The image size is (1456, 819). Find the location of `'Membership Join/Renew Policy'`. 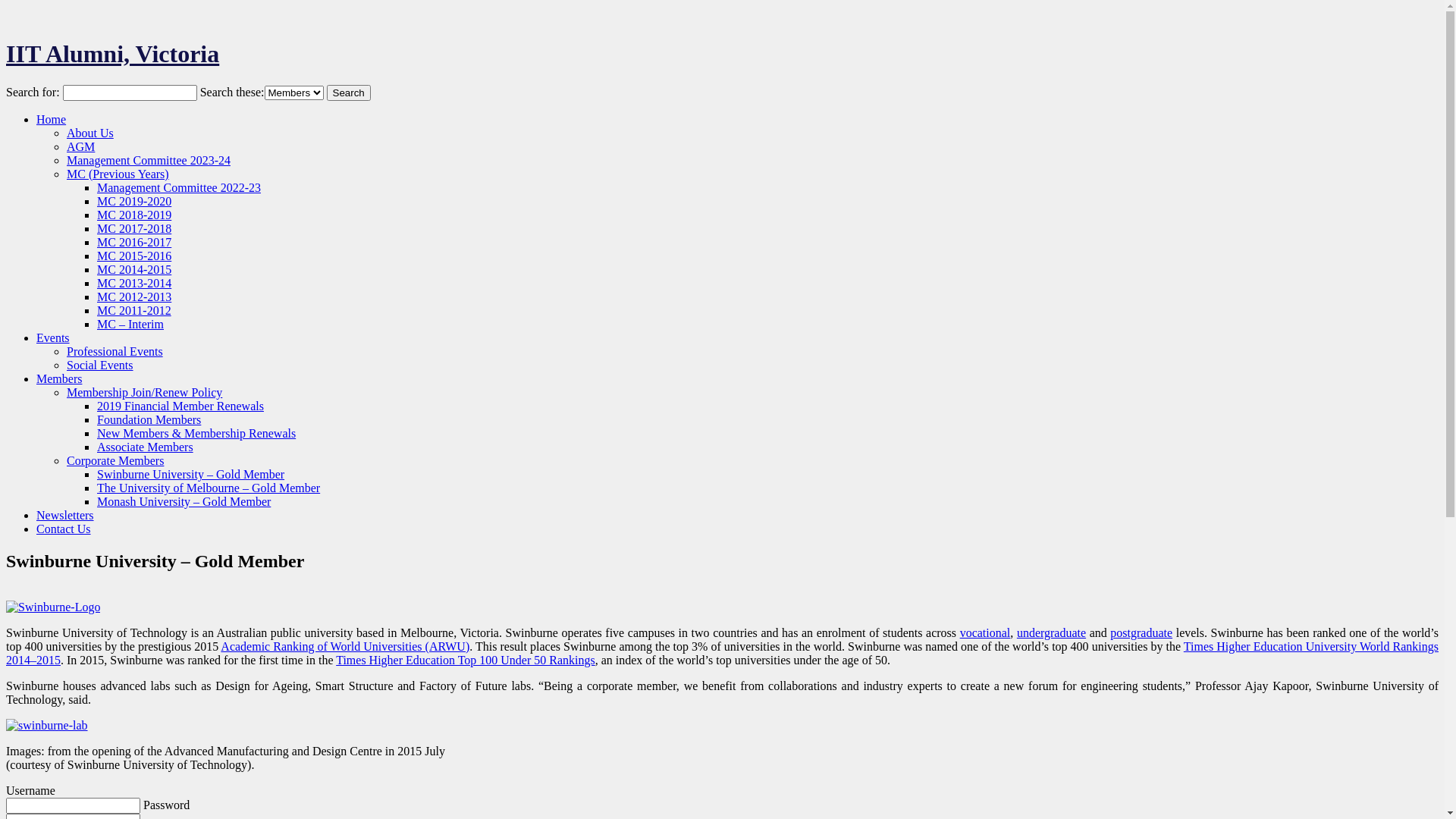

'Membership Join/Renew Policy' is located at coordinates (65, 391).